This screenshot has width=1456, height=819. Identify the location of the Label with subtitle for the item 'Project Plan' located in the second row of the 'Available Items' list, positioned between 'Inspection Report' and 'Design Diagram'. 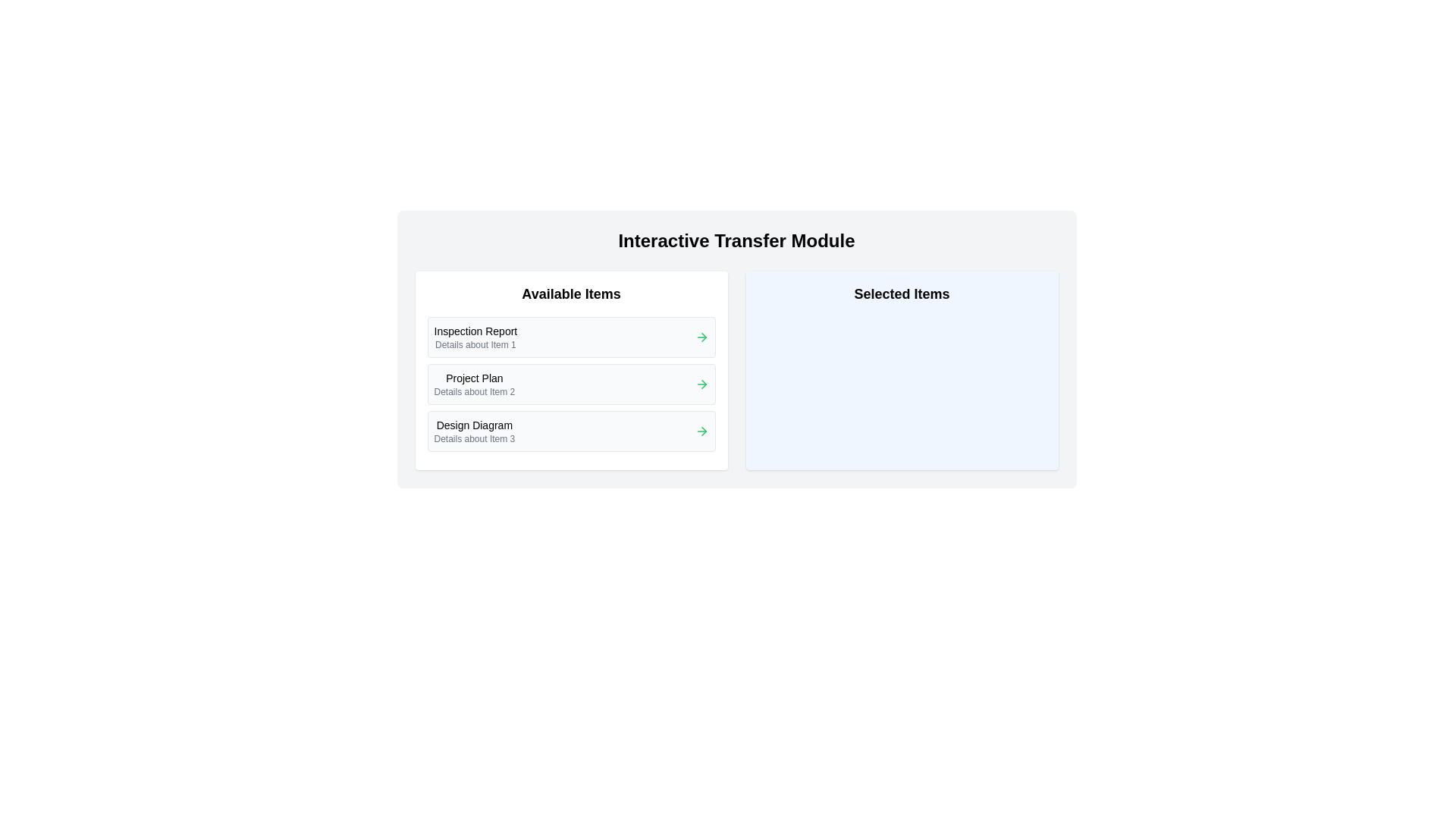
(473, 383).